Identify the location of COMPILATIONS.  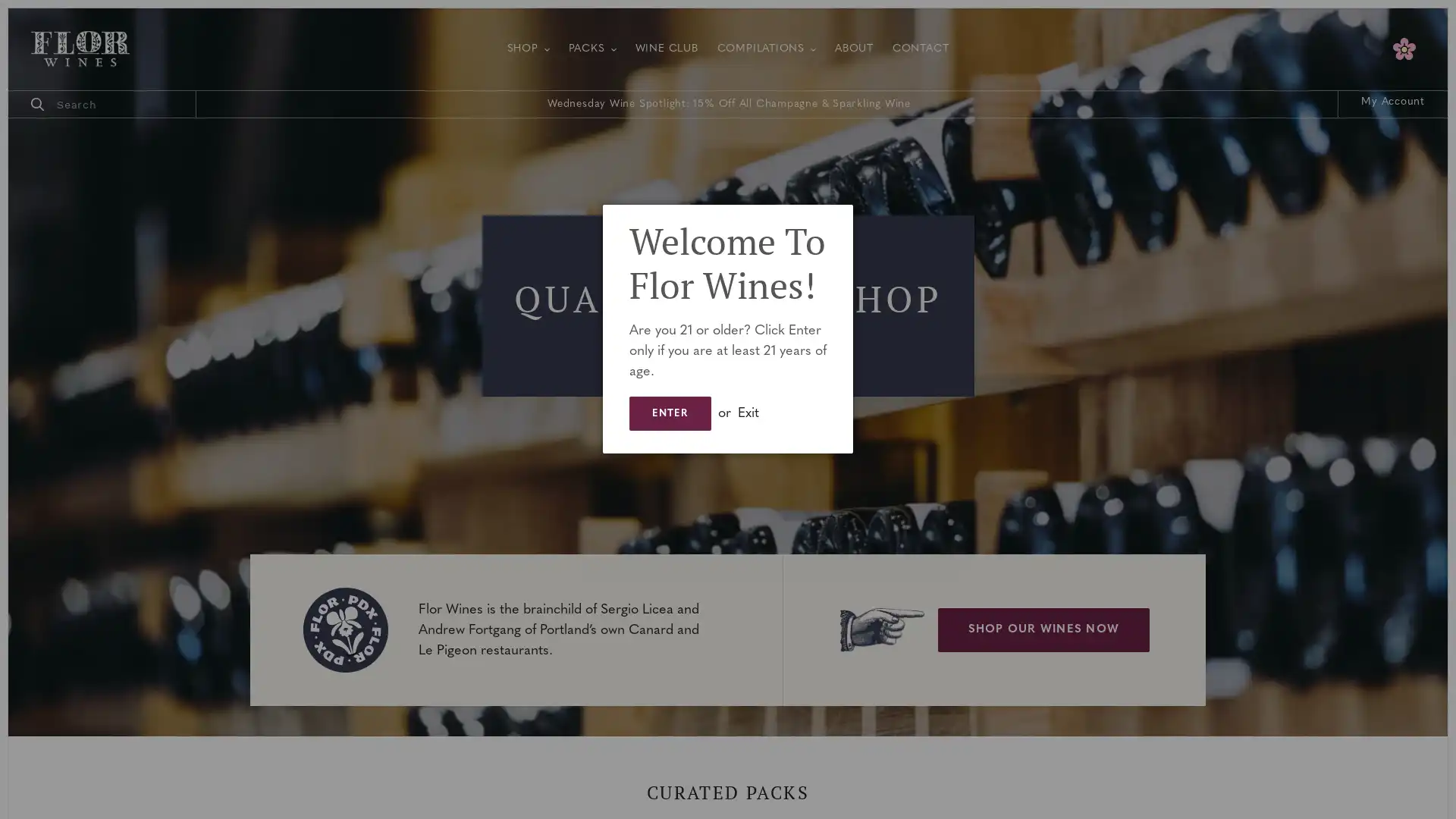
(766, 48).